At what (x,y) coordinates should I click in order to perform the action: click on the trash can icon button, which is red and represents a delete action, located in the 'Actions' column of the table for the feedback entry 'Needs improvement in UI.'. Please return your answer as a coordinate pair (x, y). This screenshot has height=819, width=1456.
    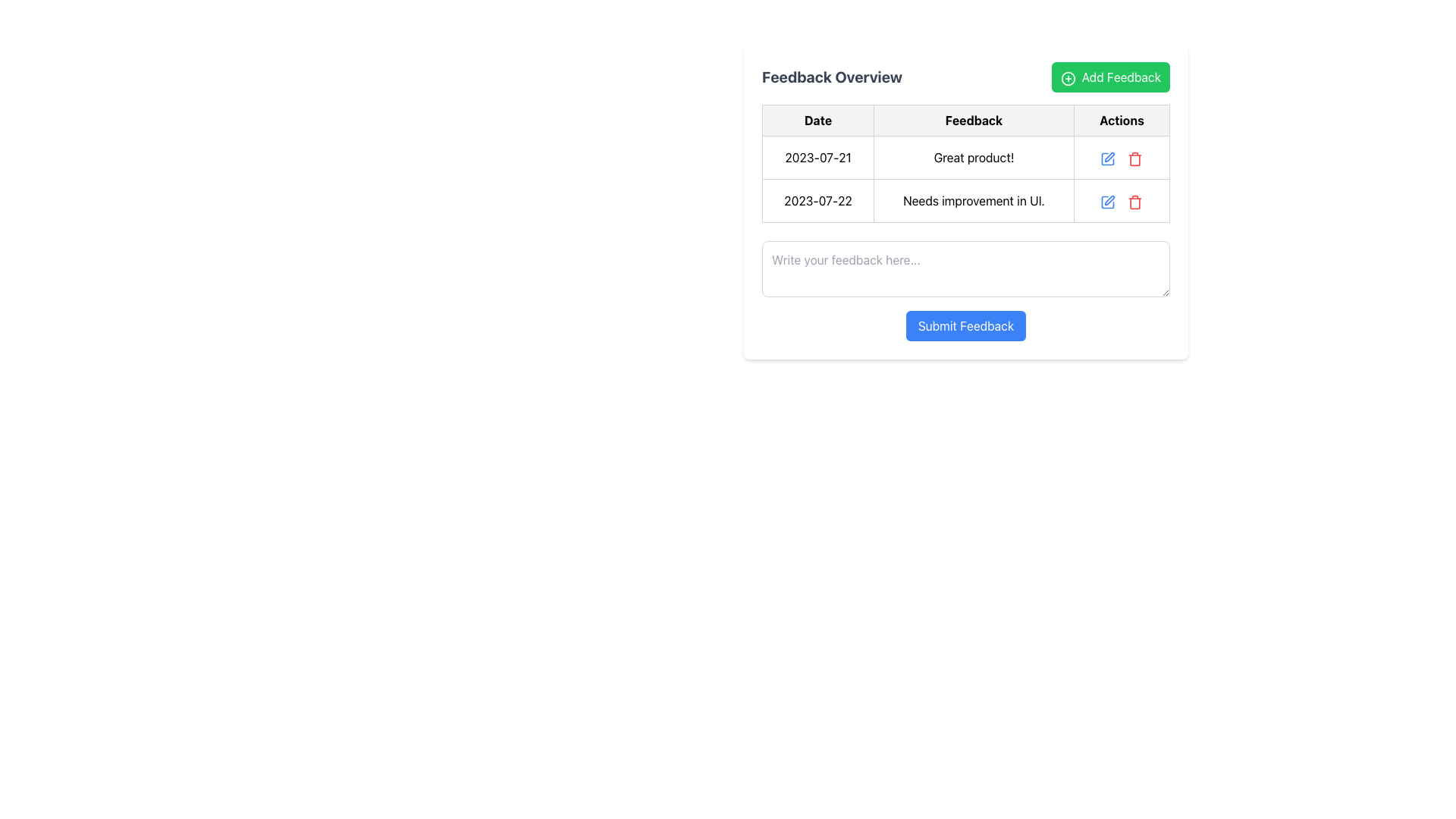
    Looking at the image, I should click on (1135, 158).